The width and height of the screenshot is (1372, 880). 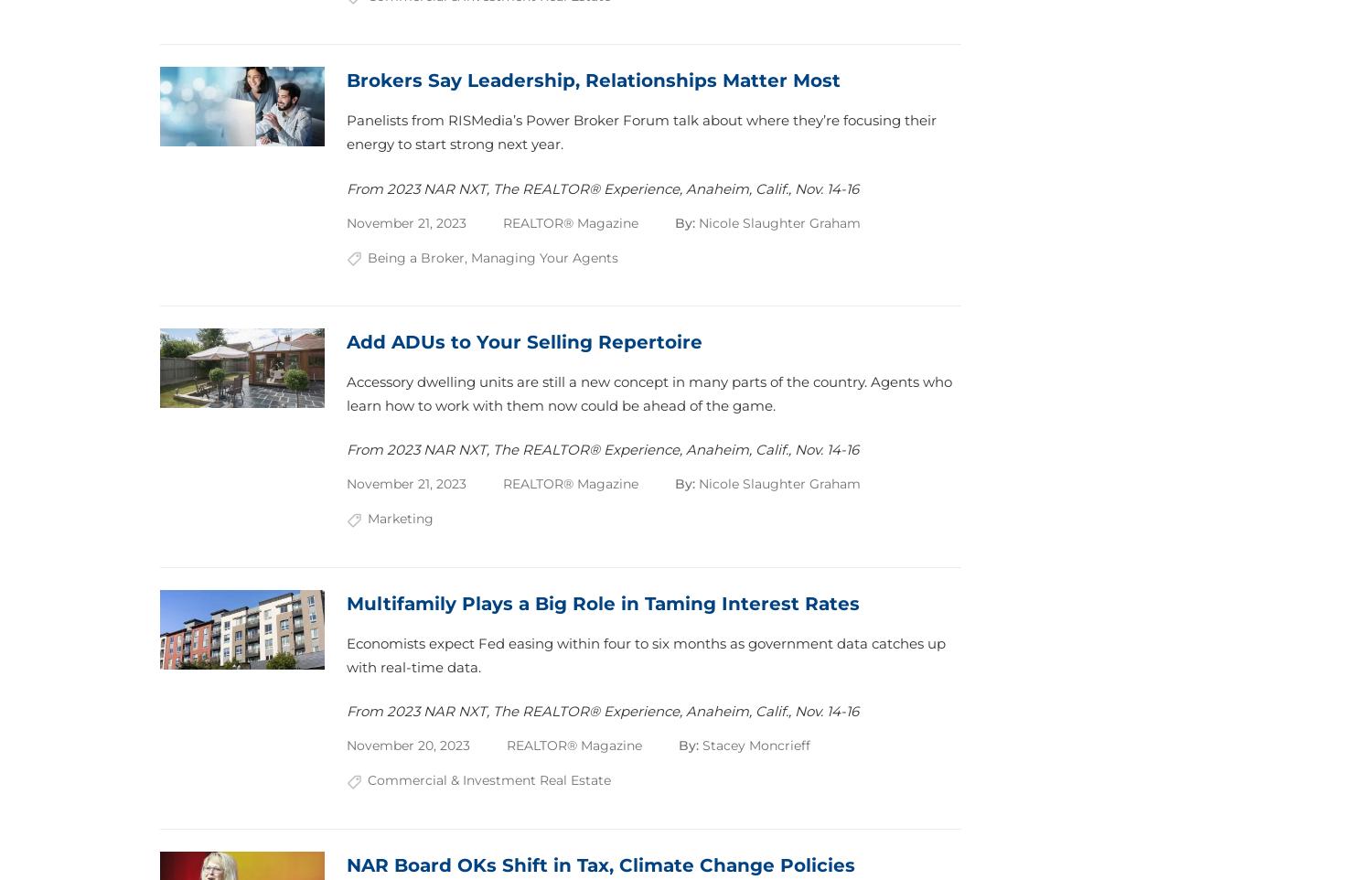 I want to click on 'Panelists from RISMedia’s Power Broker Forum talk about where they’re focusing their energy to start strong next year.', so click(x=347, y=131).